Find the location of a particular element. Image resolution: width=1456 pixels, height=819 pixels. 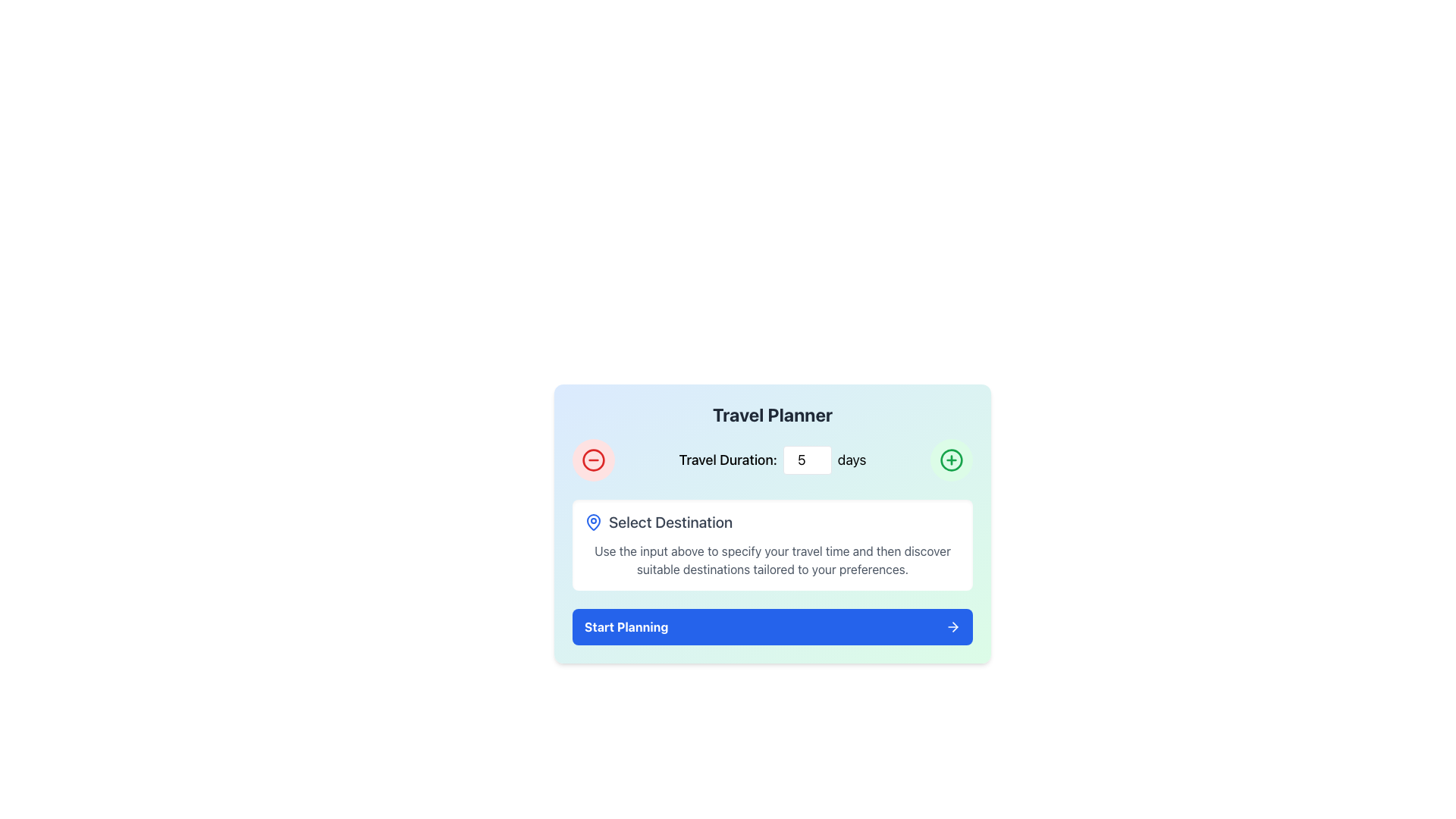

the circular SVG element with a green border and a '+' symbol in the center located at the top-right corner of the 'Travel Planner' card interface is located at coordinates (950, 459).